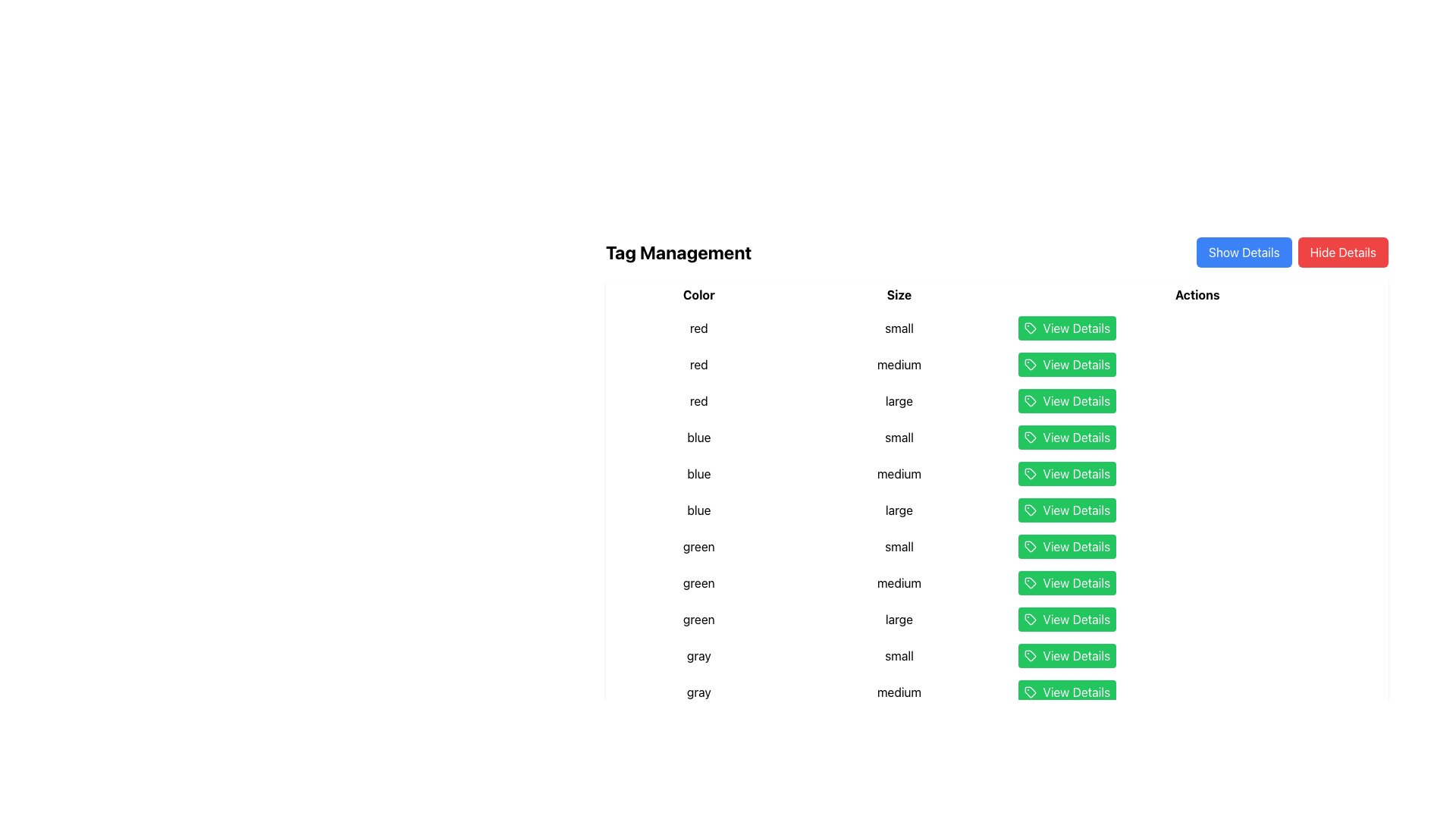 Image resolution: width=1456 pixels, height=819 pixels. I want to click on the SVG icon resembling a tag symbol with a green background, located within the 'View Details' button at the bottom of the 'Actions' column in the table, so click(1031, 692).